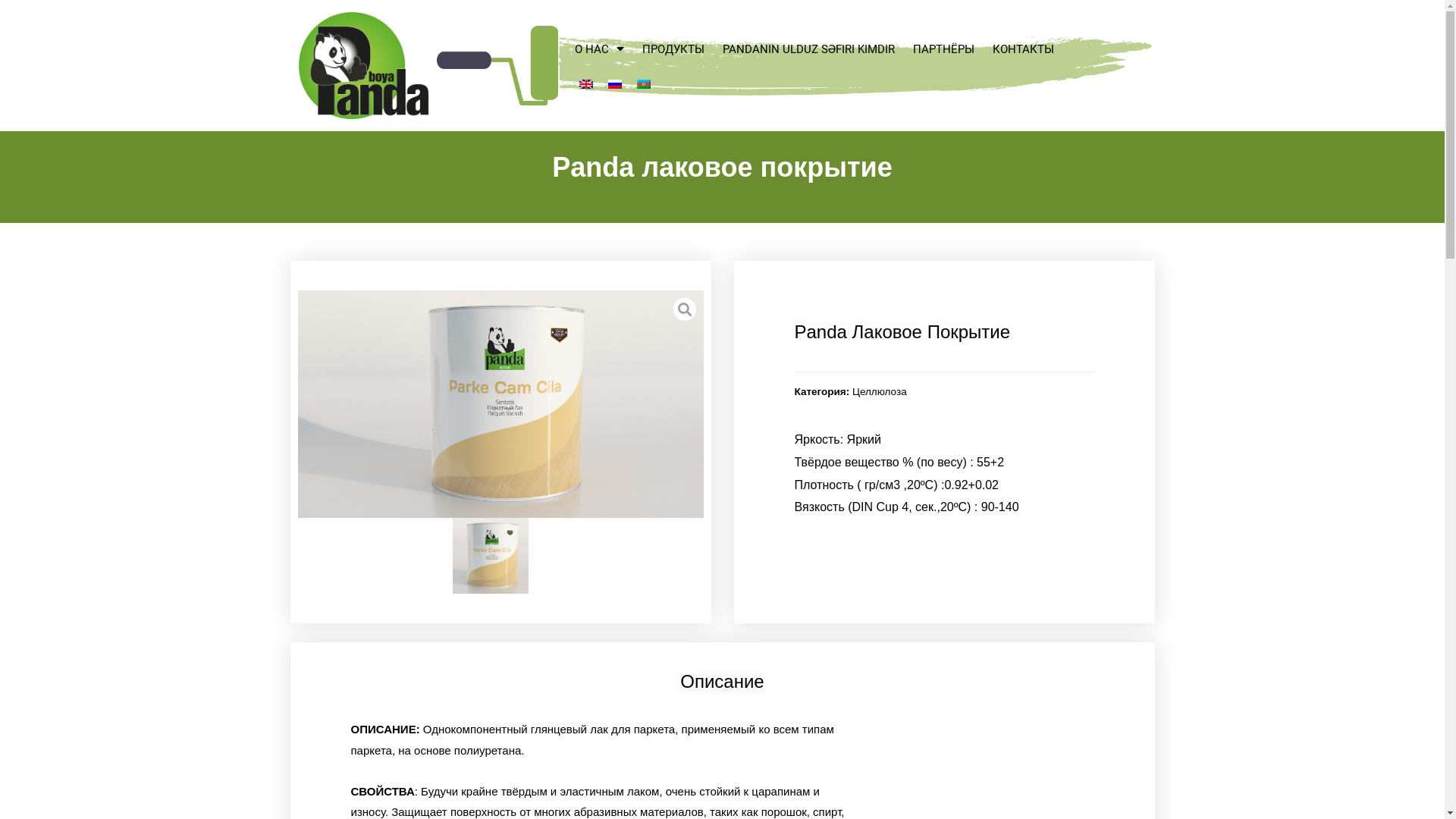  What do you see at coordinates (500, 403) in the screenshot?
I see `'parke_cam_ps'` at bounding box center [500, 403].